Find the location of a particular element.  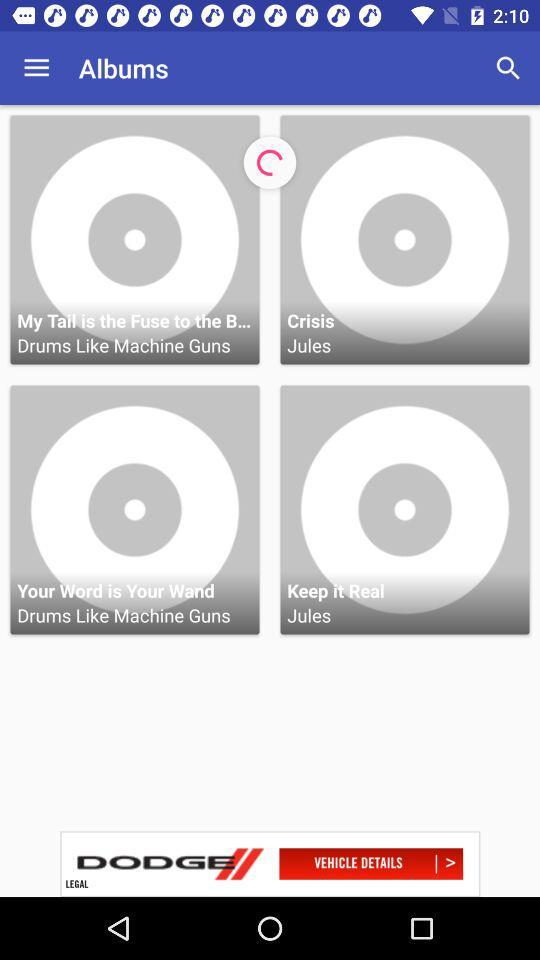

opens the advertisement is located at coordinates (270, 863).